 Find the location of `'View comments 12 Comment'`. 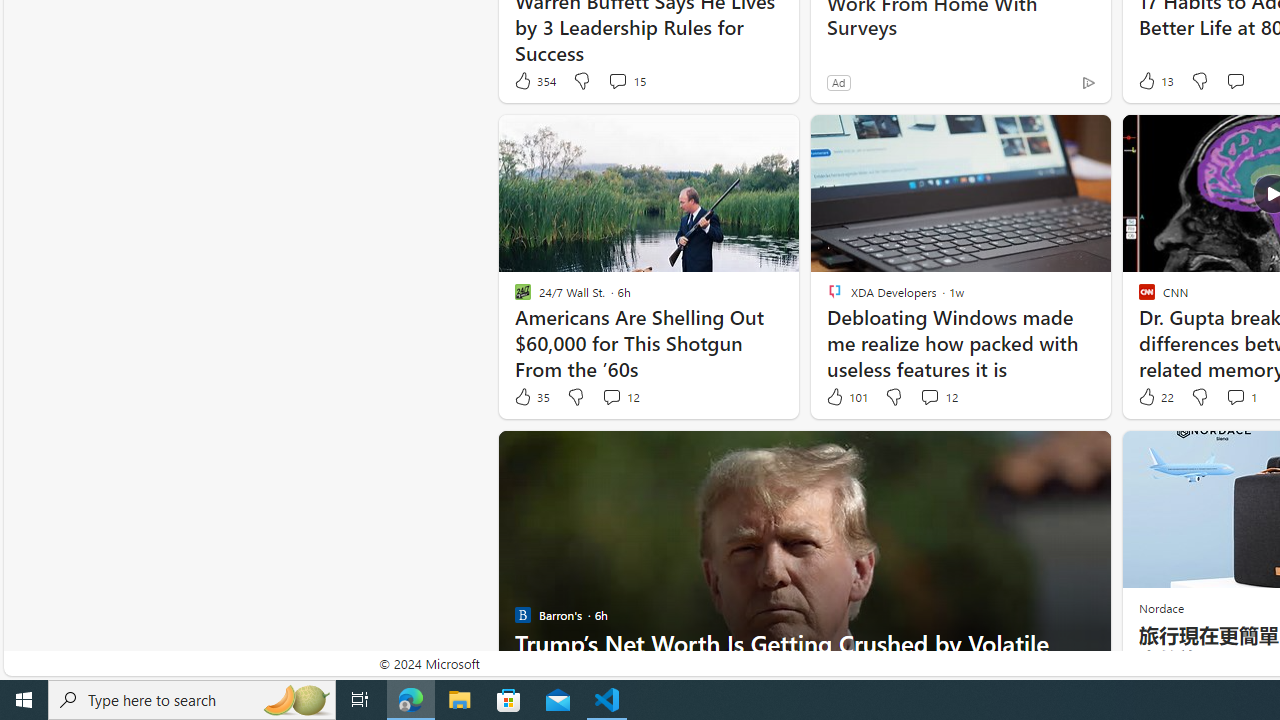

'View comments 12 Comment' is located at coordinates (928, 397).